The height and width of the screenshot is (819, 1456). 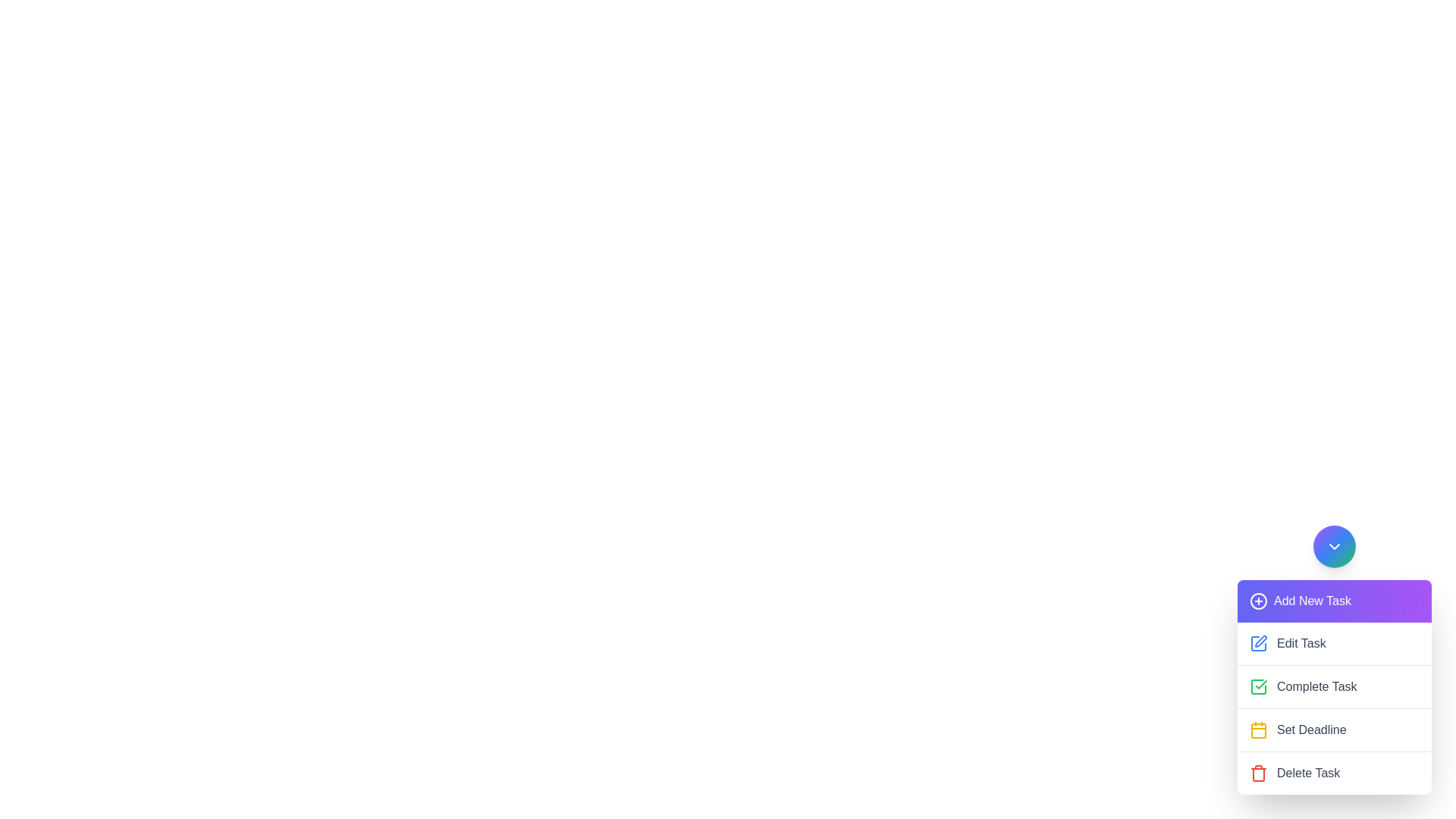 What do you see at coordinates (1259, 687) in the screenshot?
I see `the green checkmark icon located to the left of the 'Complete Task' text in the selection menu` at bounding box center [1259, 687].